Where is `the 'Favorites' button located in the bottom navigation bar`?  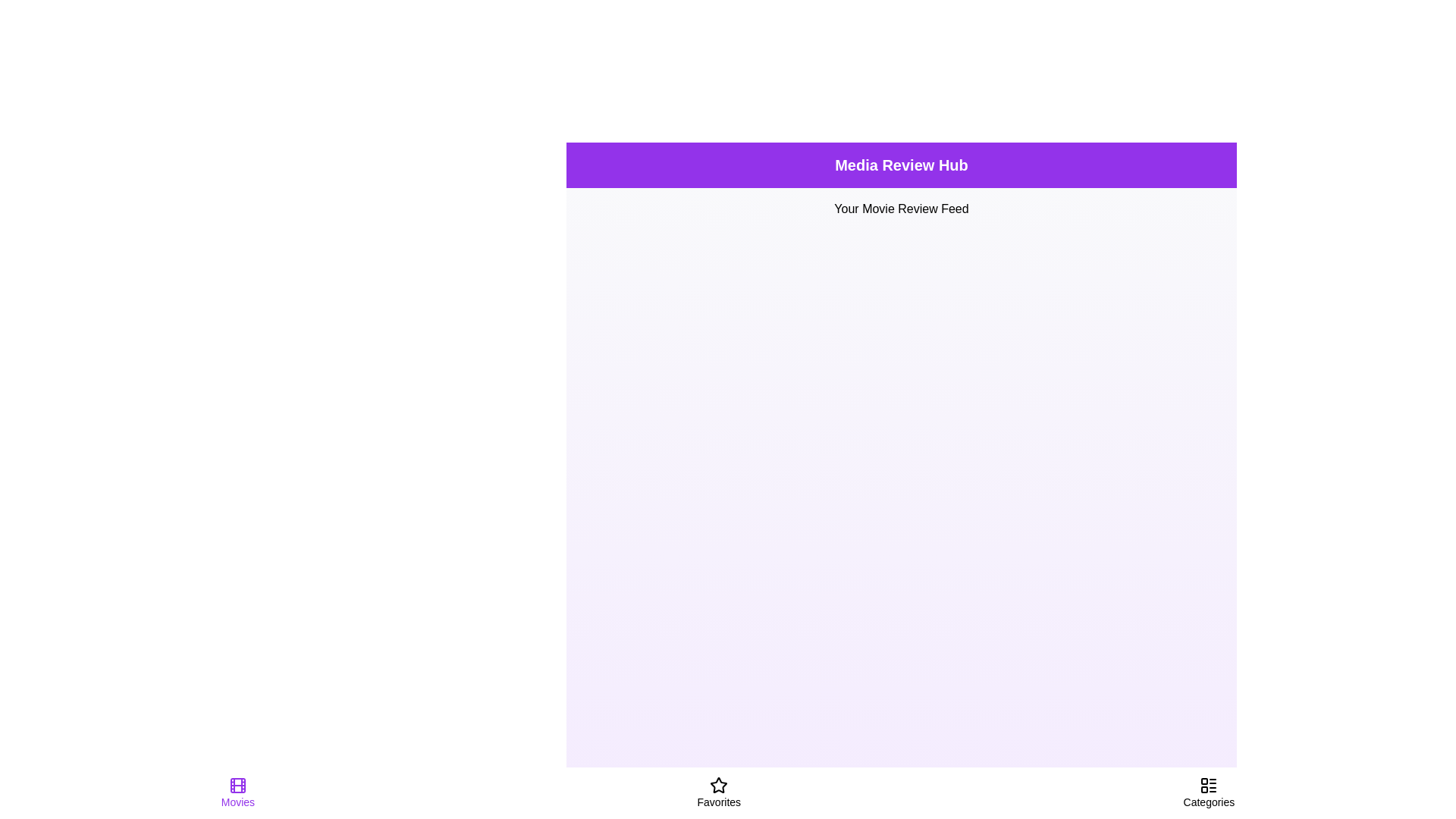
the 'Favorites' button located in the bottom navigation bar is located at coordinates (718, 792).